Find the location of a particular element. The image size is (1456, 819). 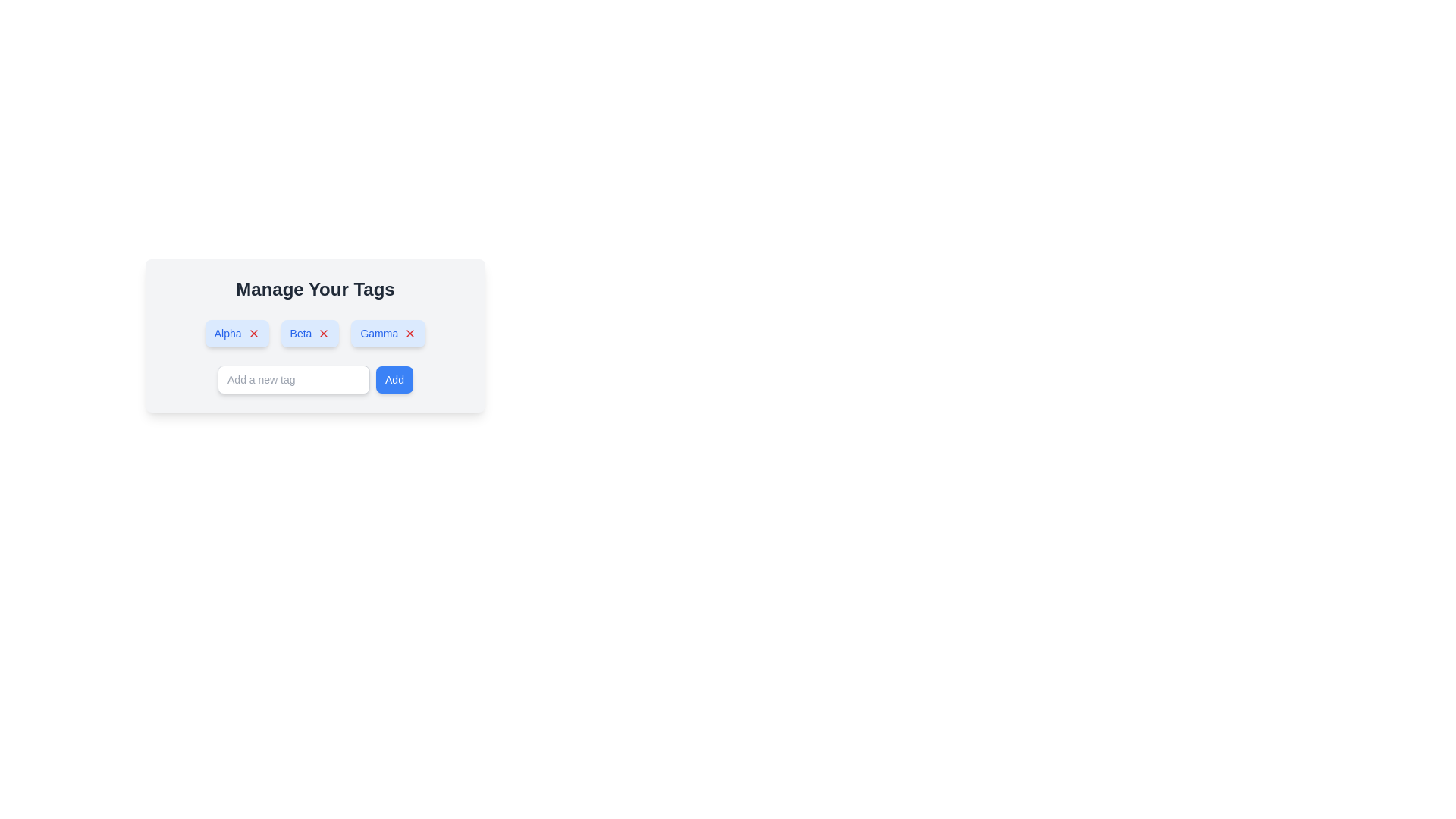

the 'Gamma' tag is located at coordinates (388, 332).